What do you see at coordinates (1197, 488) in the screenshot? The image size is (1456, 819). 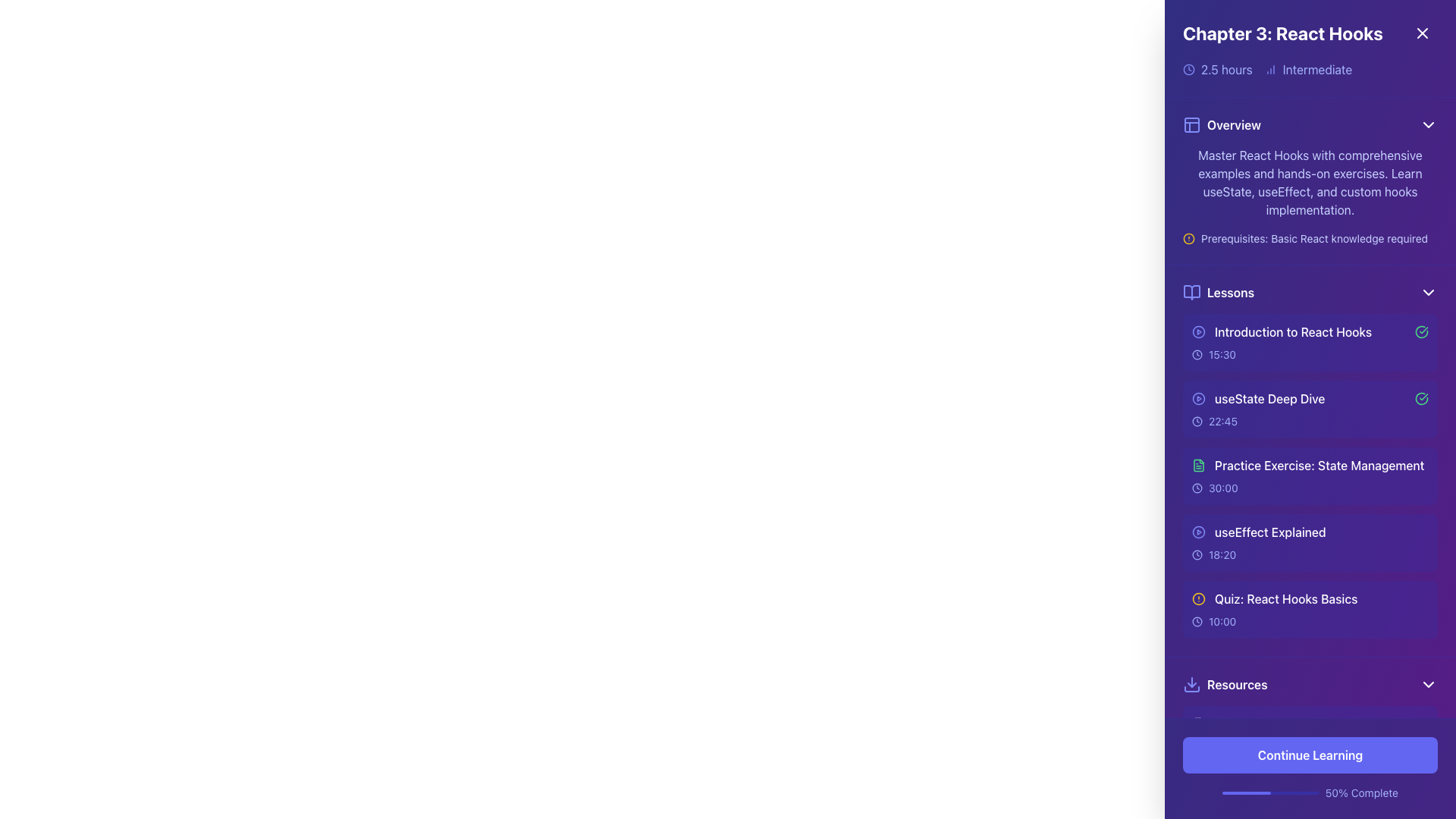 I see `the decorative clock icon representing time in the 'Practice Exercise: State Management' row, which is the leftmost component of the horizontal layout including '30:00'` at bounding box center [1197, 488].